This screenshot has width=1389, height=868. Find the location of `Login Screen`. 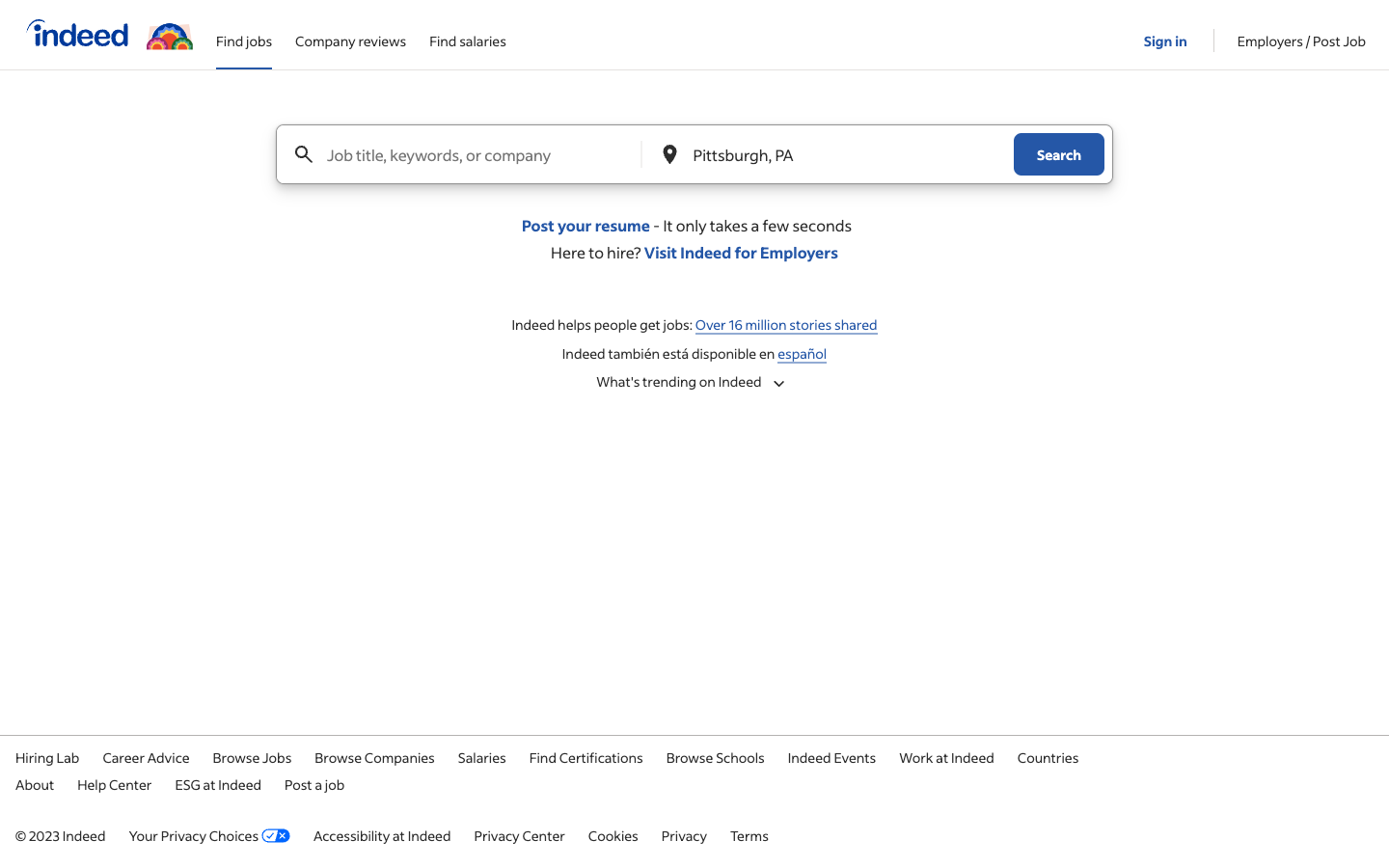

Login Screen is located at coordinates (1166, 33).